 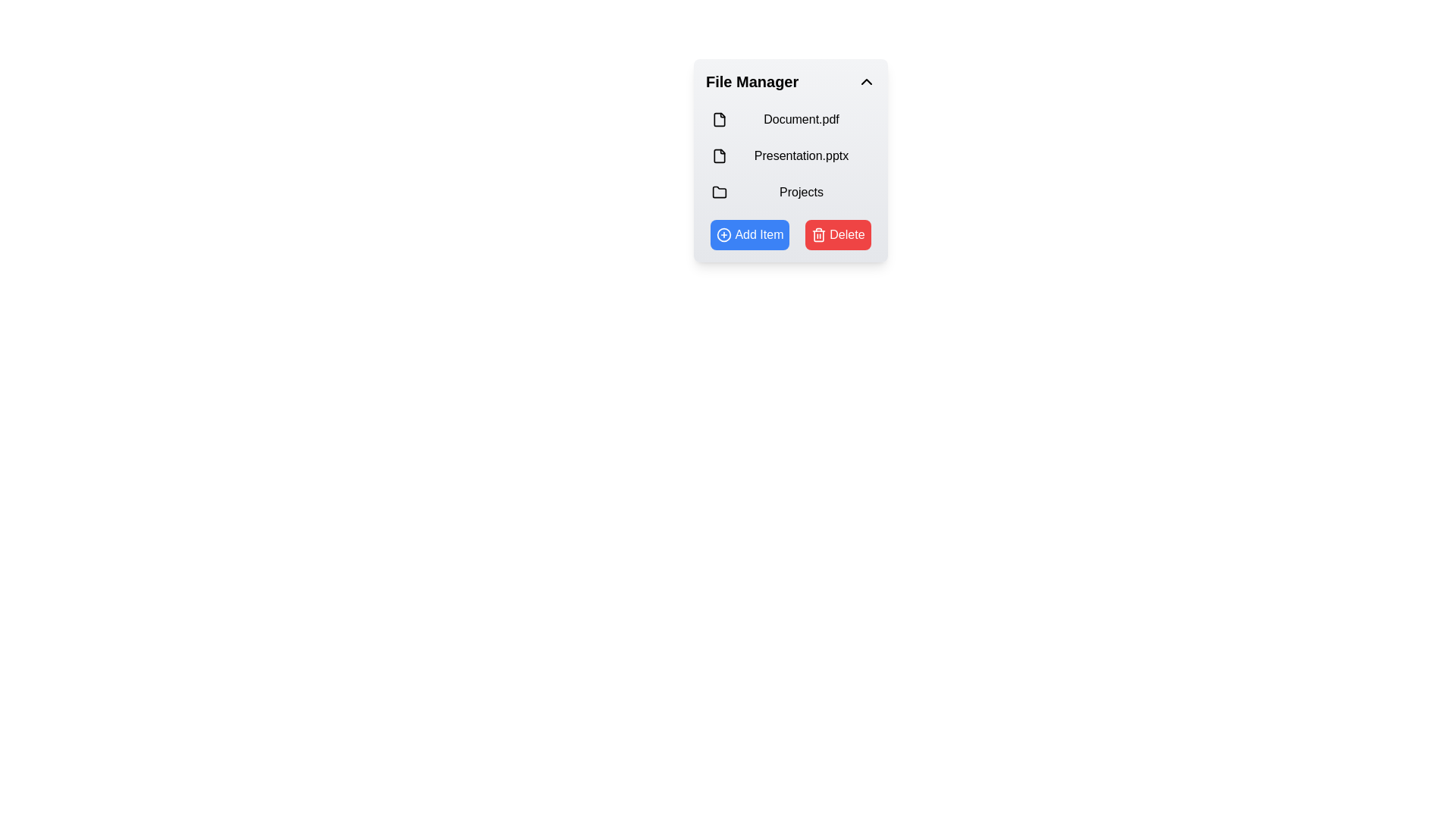 I want to click on the red 'Delete' button with white text and trash bin icon located on the right side of the button group in the 'File Manager' box to observe hover effects, so click(x=837, y=234).